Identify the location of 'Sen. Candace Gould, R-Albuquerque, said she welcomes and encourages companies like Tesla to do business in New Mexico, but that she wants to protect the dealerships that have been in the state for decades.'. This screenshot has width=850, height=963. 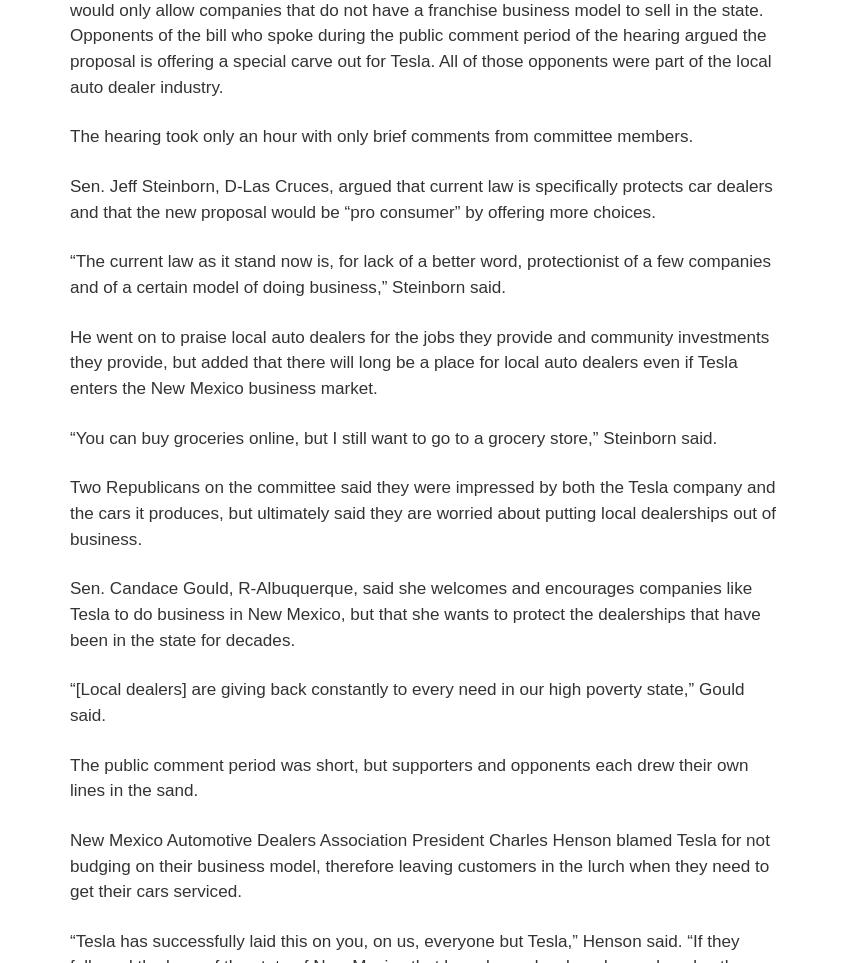
(414, 613).